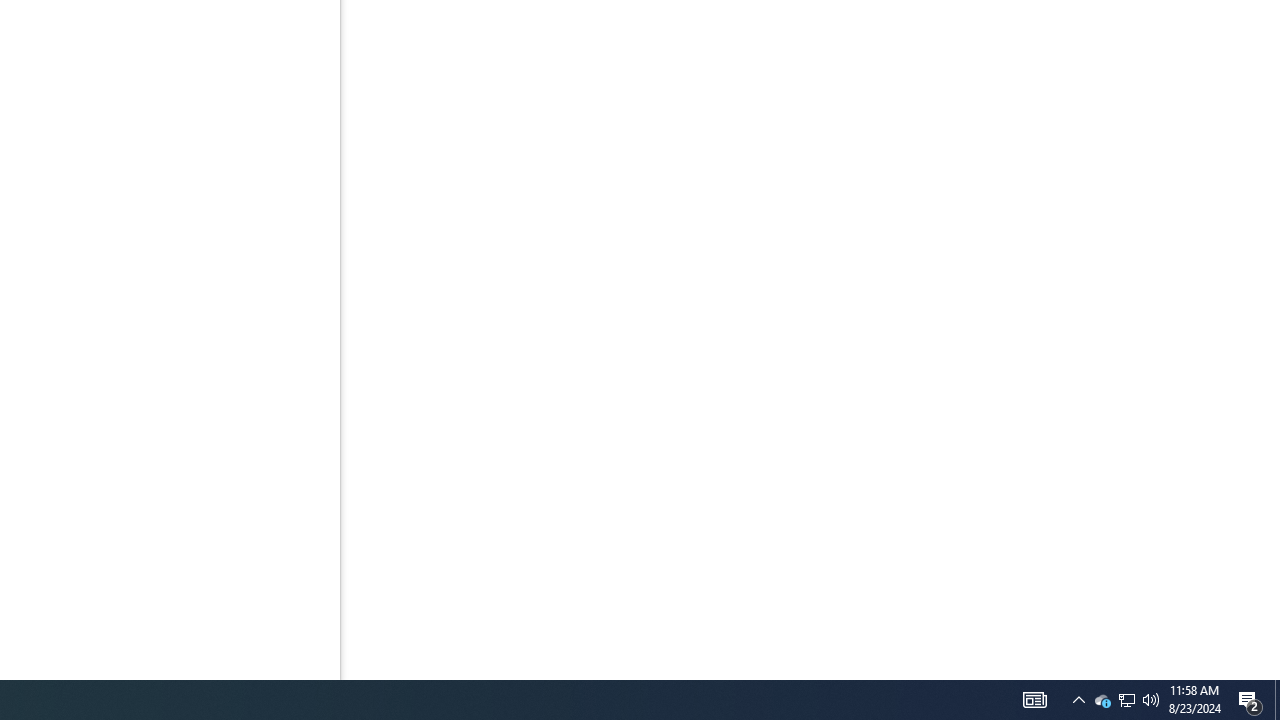  Describe the element at coordinates (1127, 698) in the screenshot. I see `'User Promoted Notification Area'` at that location.